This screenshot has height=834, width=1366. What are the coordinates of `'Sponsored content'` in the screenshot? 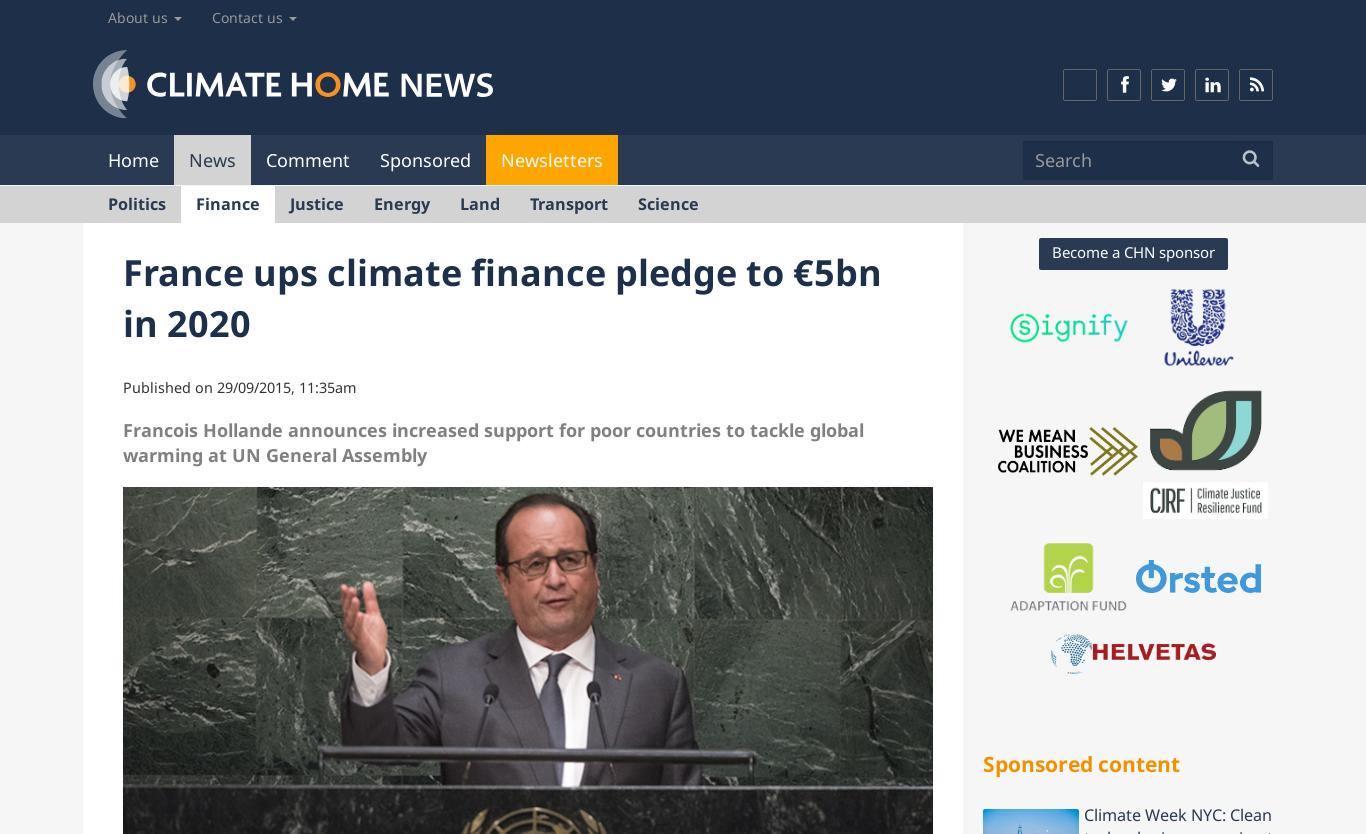 It's located at (1080, 762).